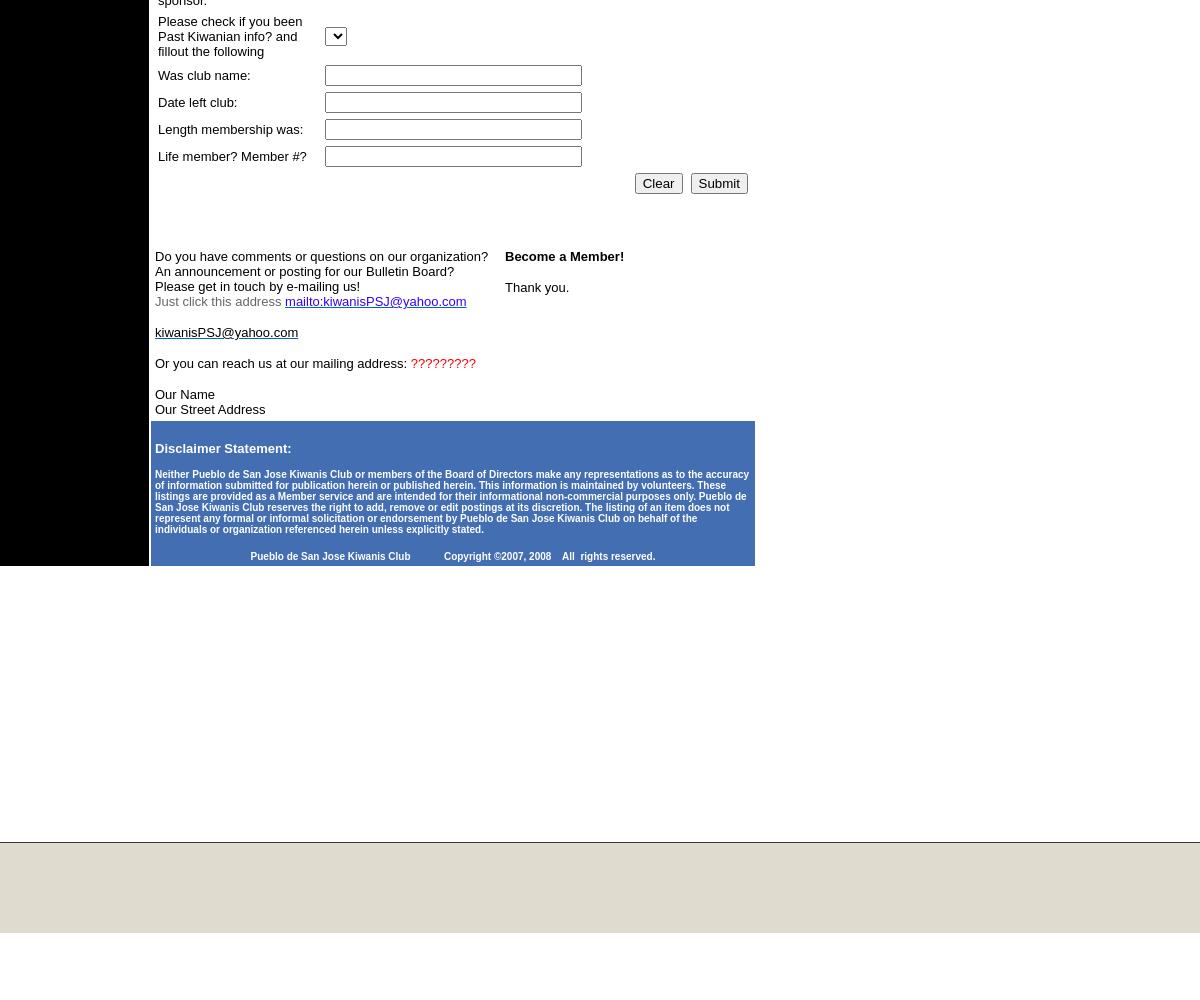 The width and height of the screenshot is (1200, 1000). What do you see at coordinates (203, 74) in the screenshot?
I see `'Was club name:'` at bounding box center [203, 74].